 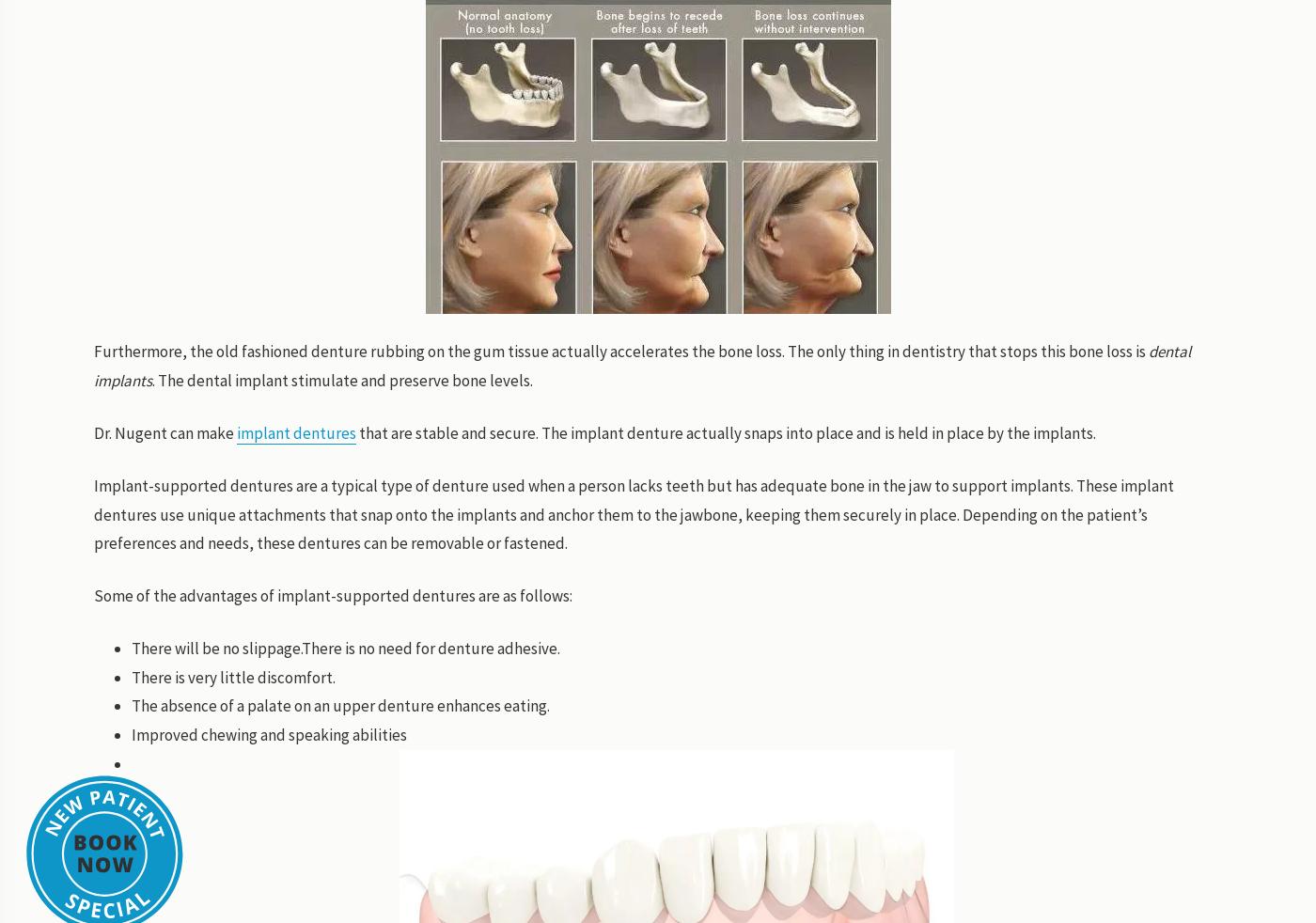 I want to click on 'There will be no slippage.There is no need for denture adhesive.', so click(x=346, y=647).